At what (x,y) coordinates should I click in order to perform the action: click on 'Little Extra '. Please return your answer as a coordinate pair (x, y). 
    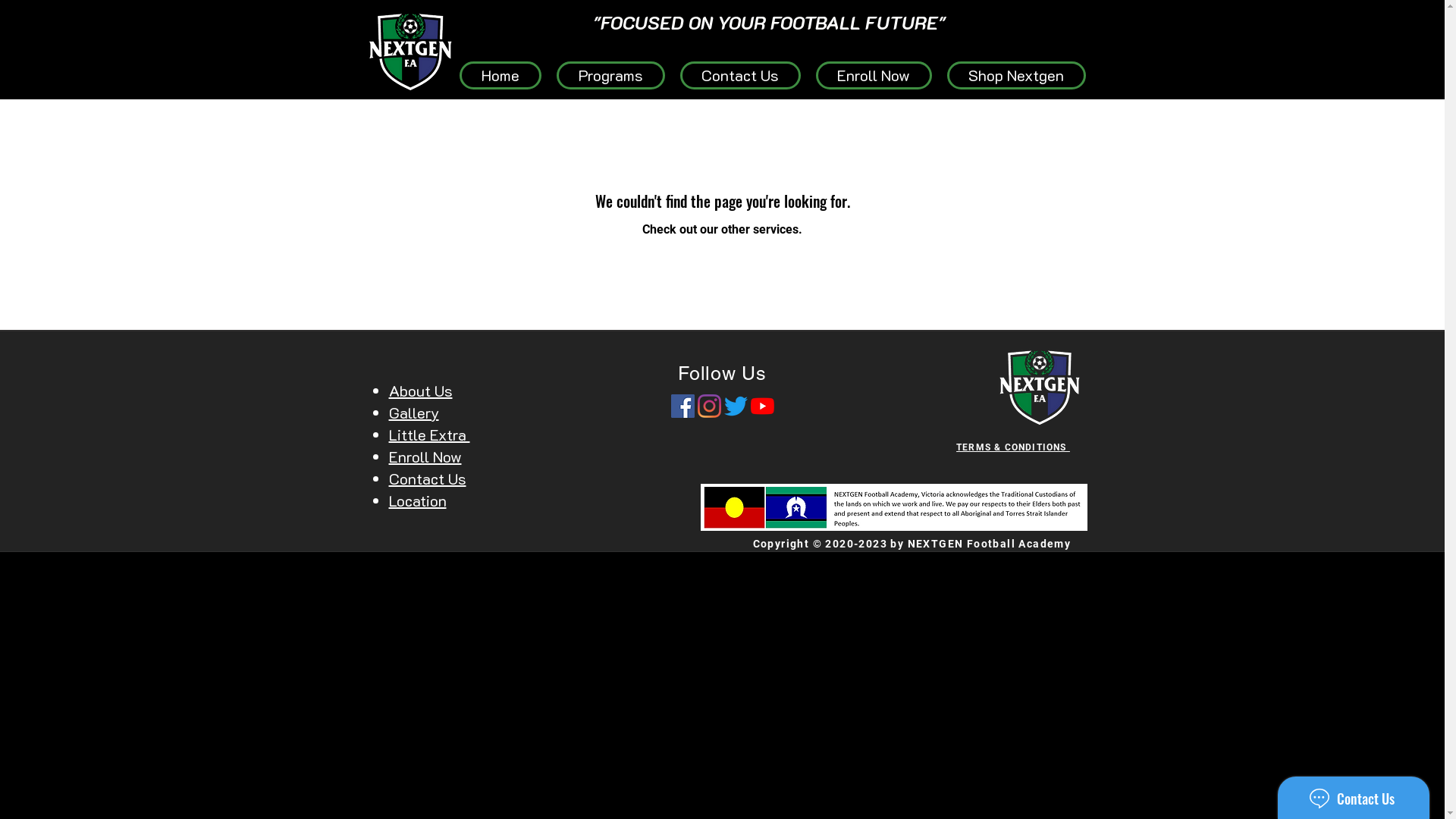
    Looking at the image, I should click on (428, 435).